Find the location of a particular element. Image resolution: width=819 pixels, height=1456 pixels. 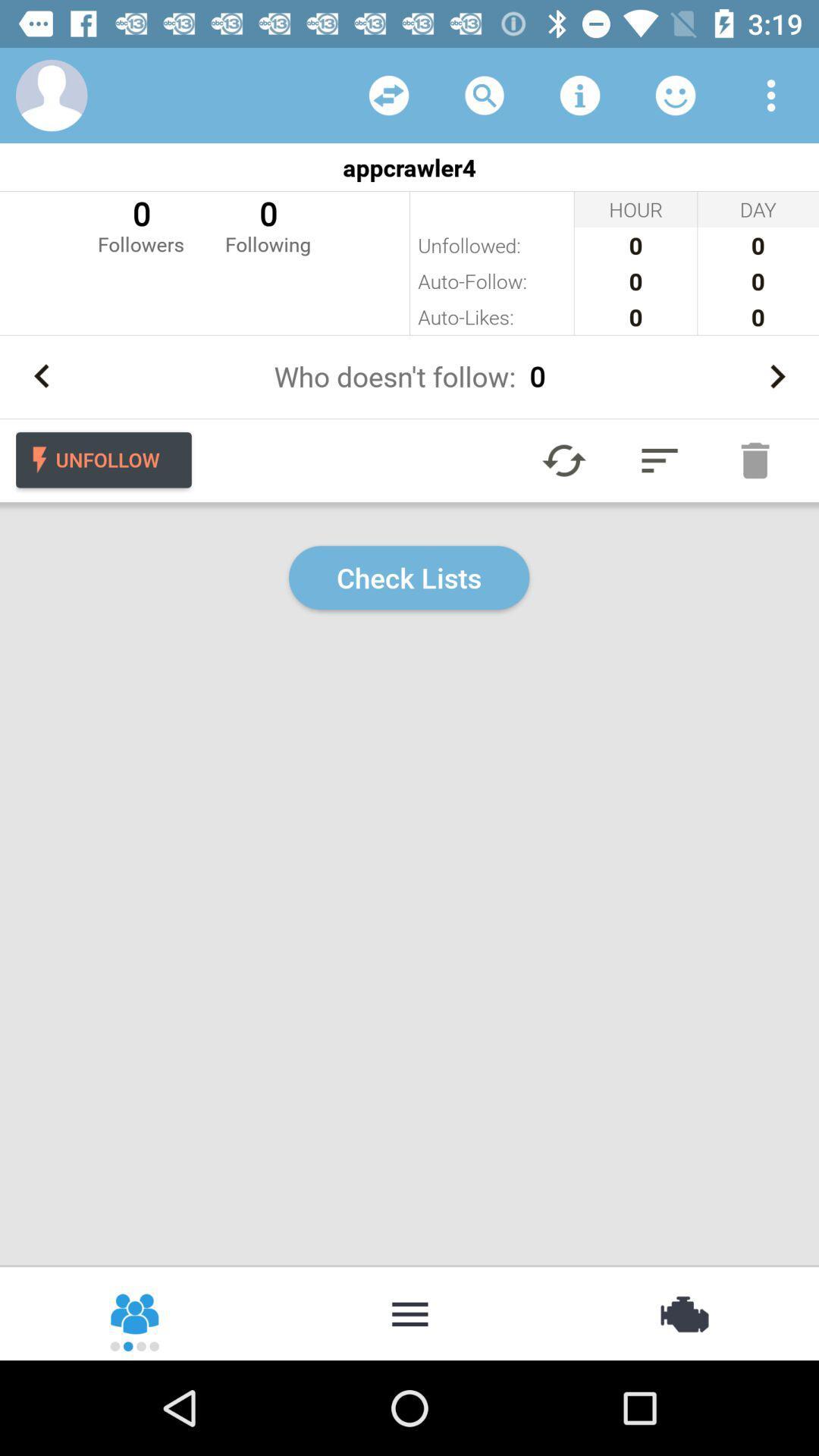

shows more numbers about followers is located at coordinates (777, 376).